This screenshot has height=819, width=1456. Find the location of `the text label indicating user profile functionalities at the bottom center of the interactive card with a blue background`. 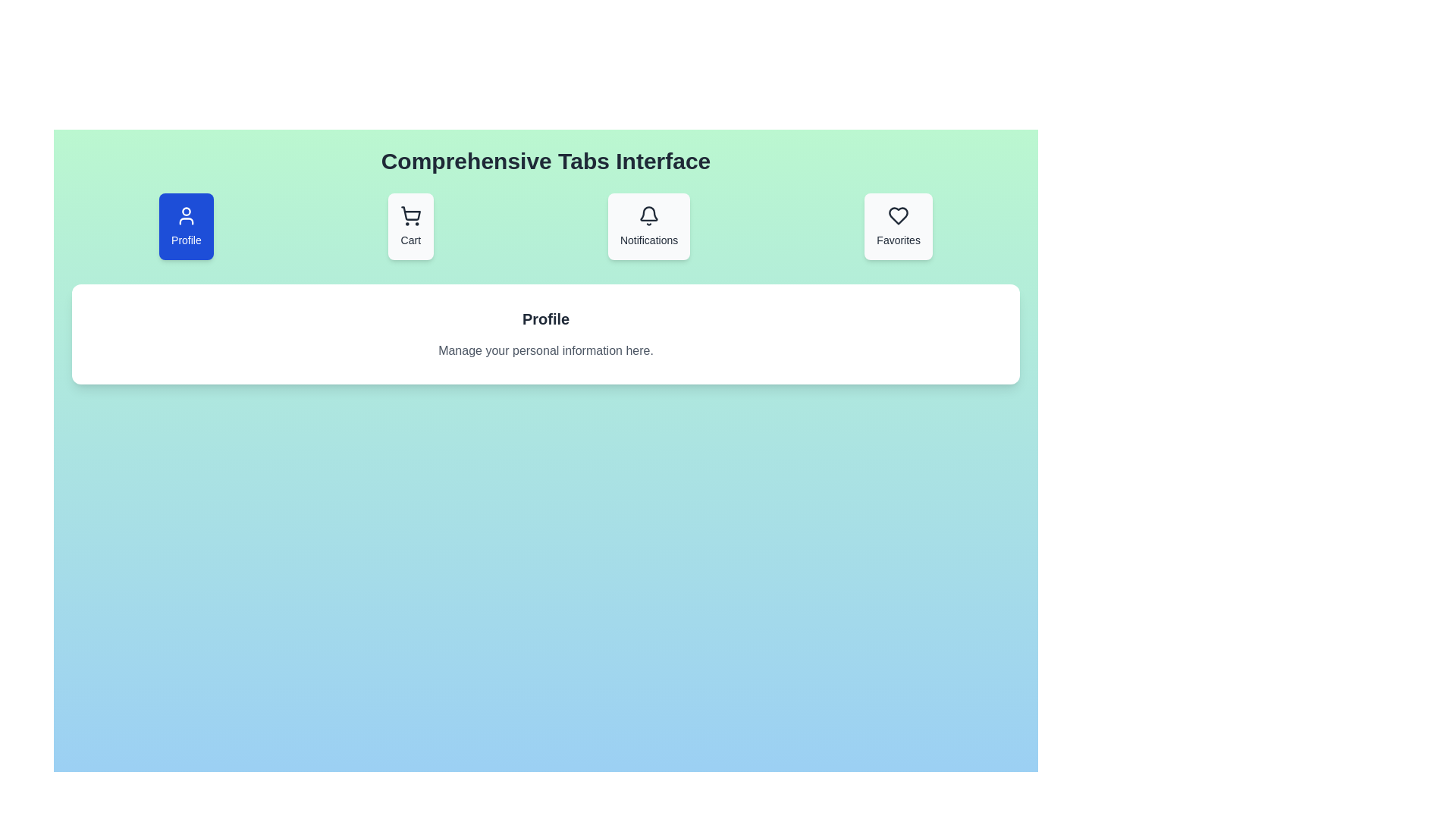

the text label indicating user profile functionalities at the bottom center of the interactive card with a blue background is located at coordinates (185, 239).